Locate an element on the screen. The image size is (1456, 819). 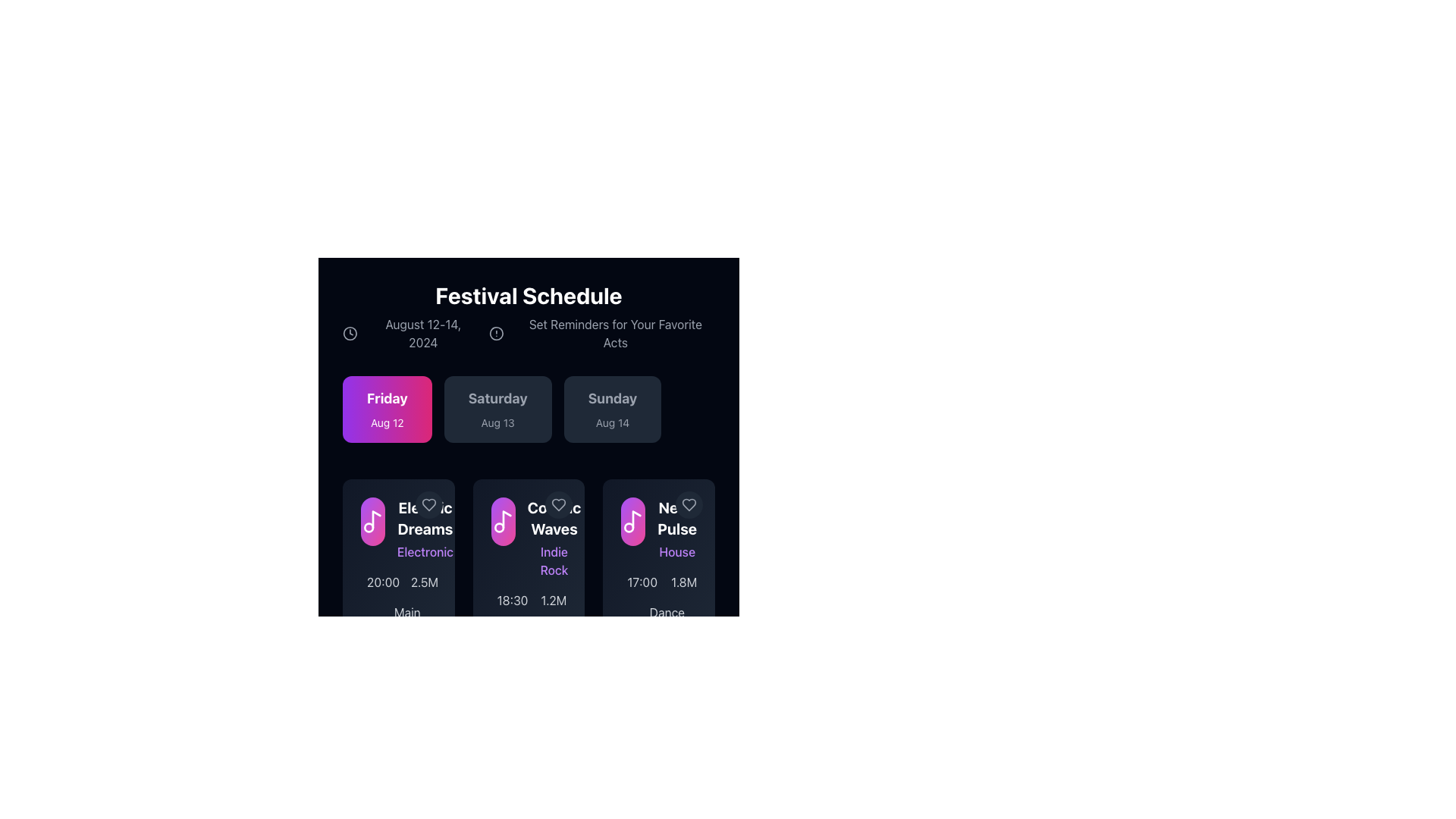
the text label that reads 'Cosmic Waves', which is displayed in large, bold, white font on a black background within the festival schedule UI is located at coordinates (553, 517).